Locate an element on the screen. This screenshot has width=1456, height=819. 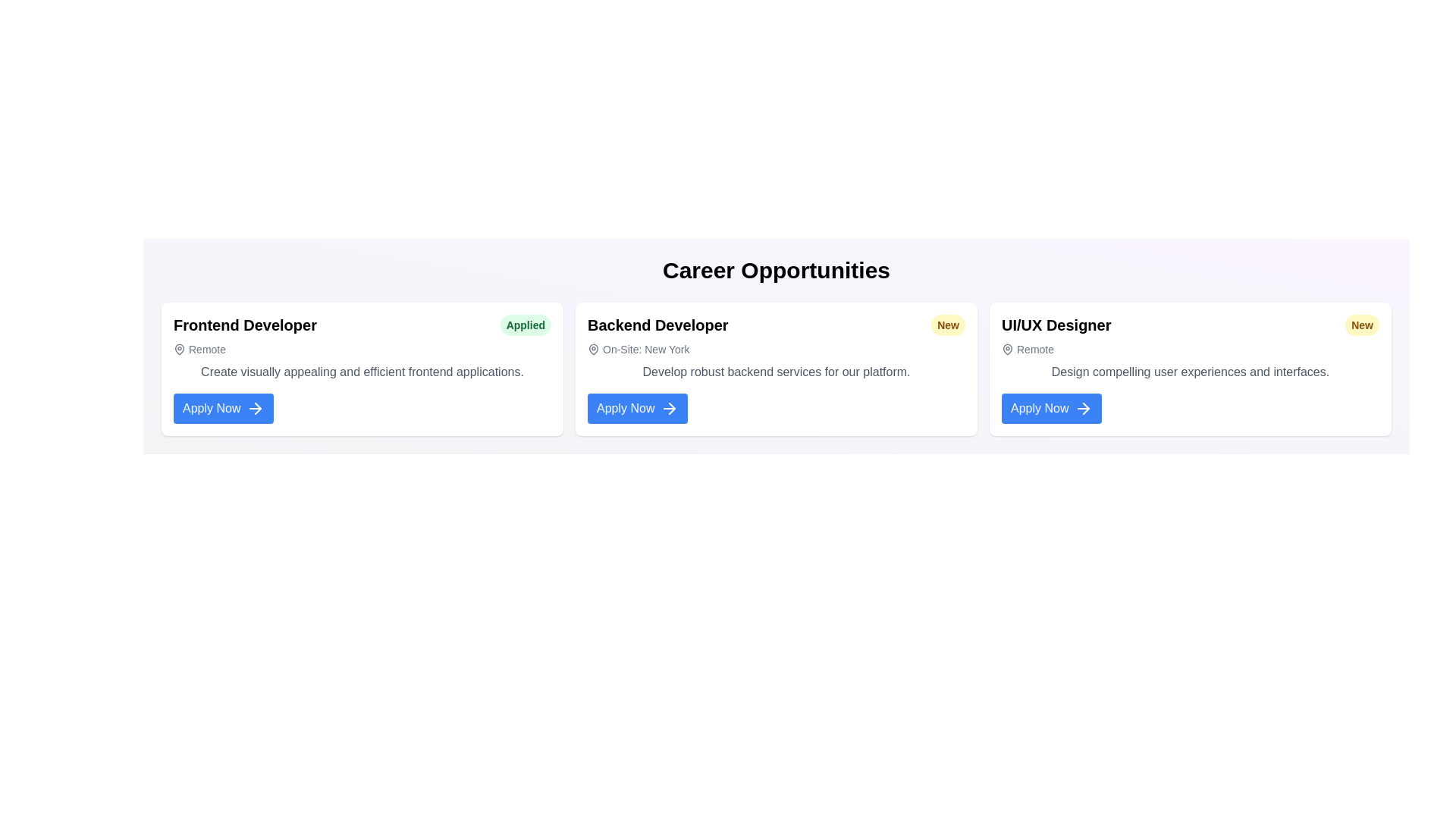
the 'New' badge element, which is a rectangular badge with a yellow background and bold brown text, located at the top-right corner of the 'Backend Developer' card is located at coordinates (947, 324).